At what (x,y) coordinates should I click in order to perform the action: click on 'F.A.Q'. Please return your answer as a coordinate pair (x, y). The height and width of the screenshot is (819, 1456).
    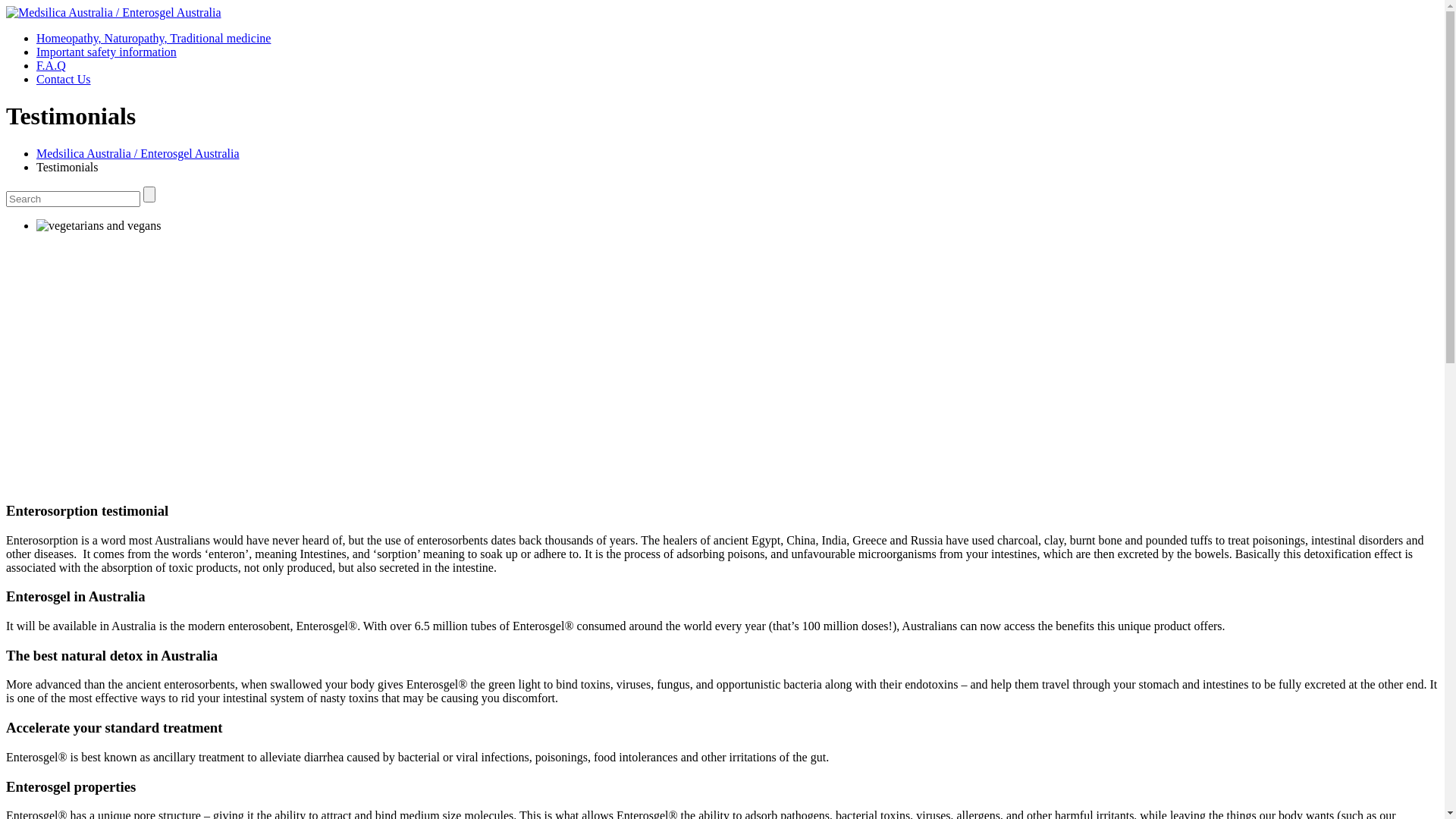
    Looking at the image, I should click on (36, 64).